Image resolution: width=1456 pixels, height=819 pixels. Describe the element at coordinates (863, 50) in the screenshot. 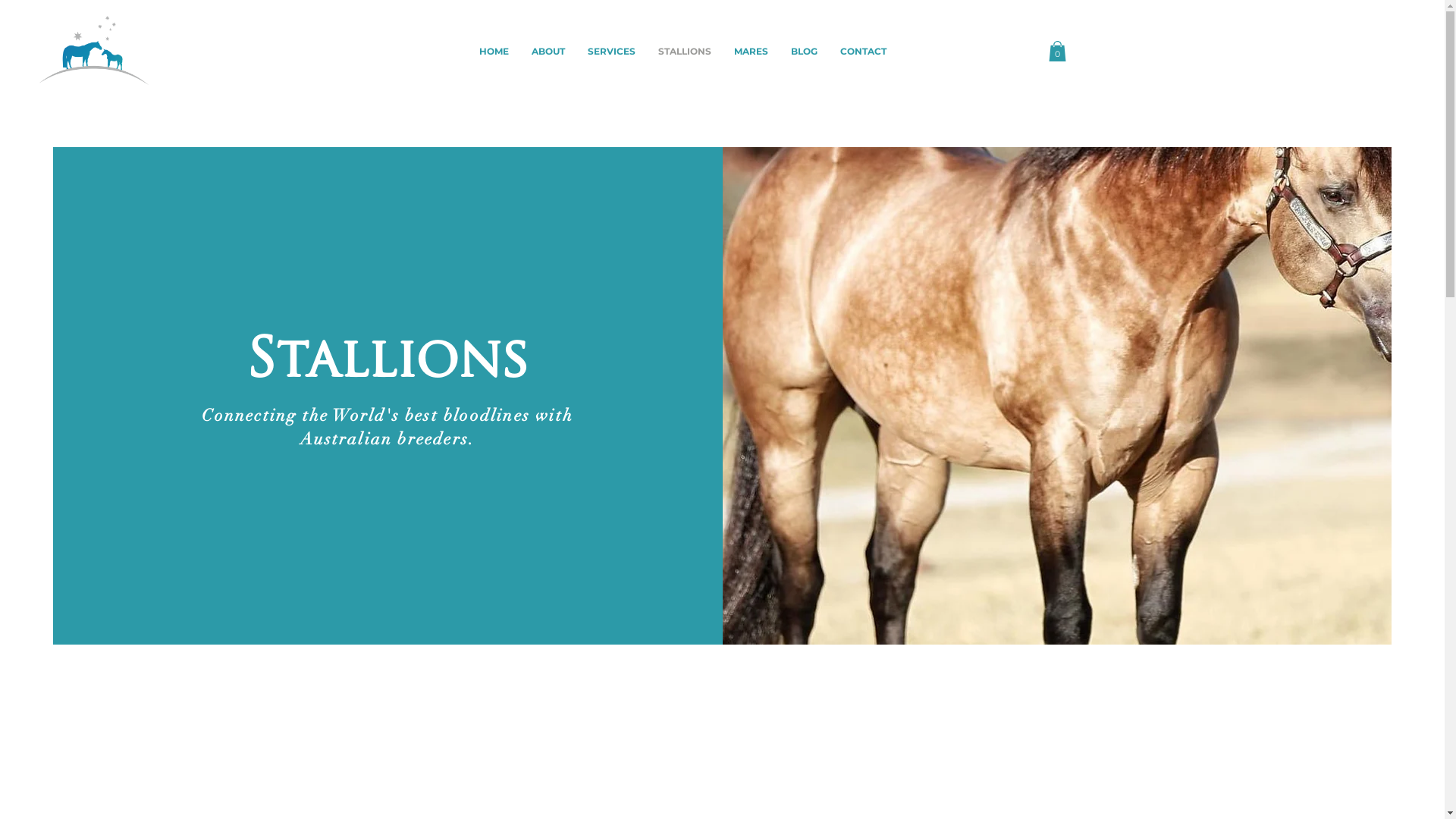

I see `'CONTACT'` at that location.